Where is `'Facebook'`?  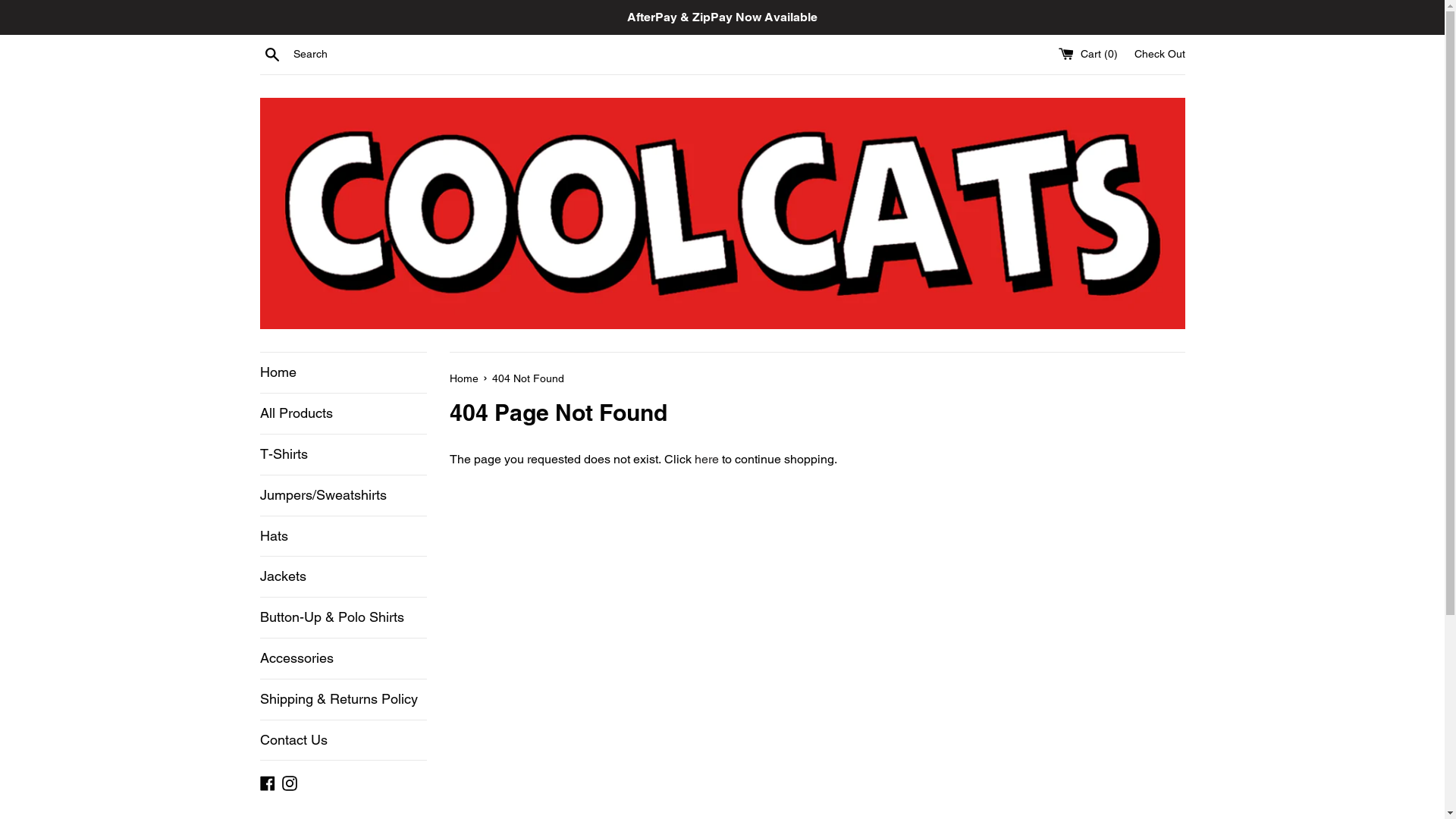 'Facebook' is located at coordinates (266, 782).